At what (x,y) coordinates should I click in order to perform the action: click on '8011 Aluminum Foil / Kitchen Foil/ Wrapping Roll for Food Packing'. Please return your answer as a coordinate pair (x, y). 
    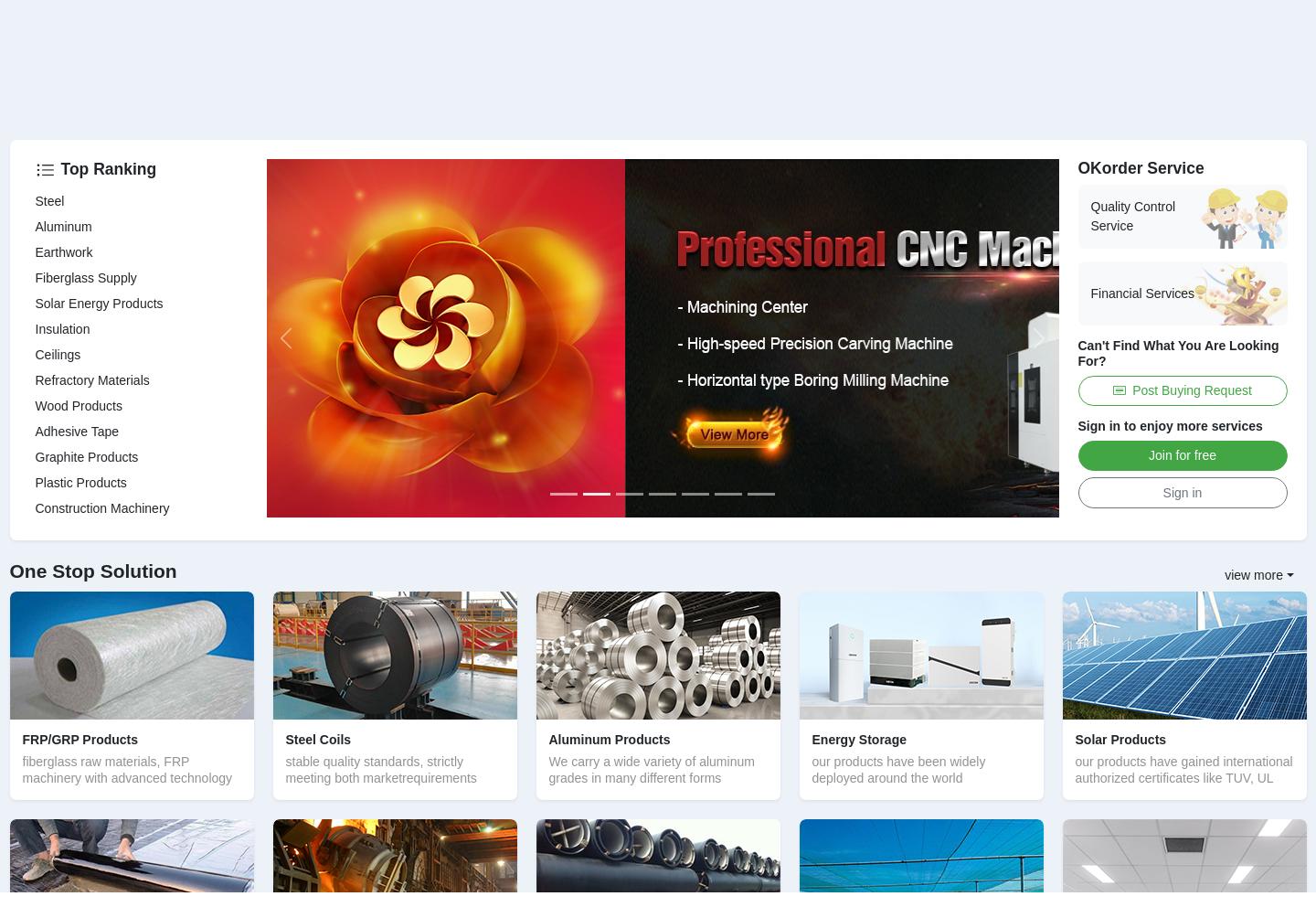
    Looking at the image, I should click on (659, 686).